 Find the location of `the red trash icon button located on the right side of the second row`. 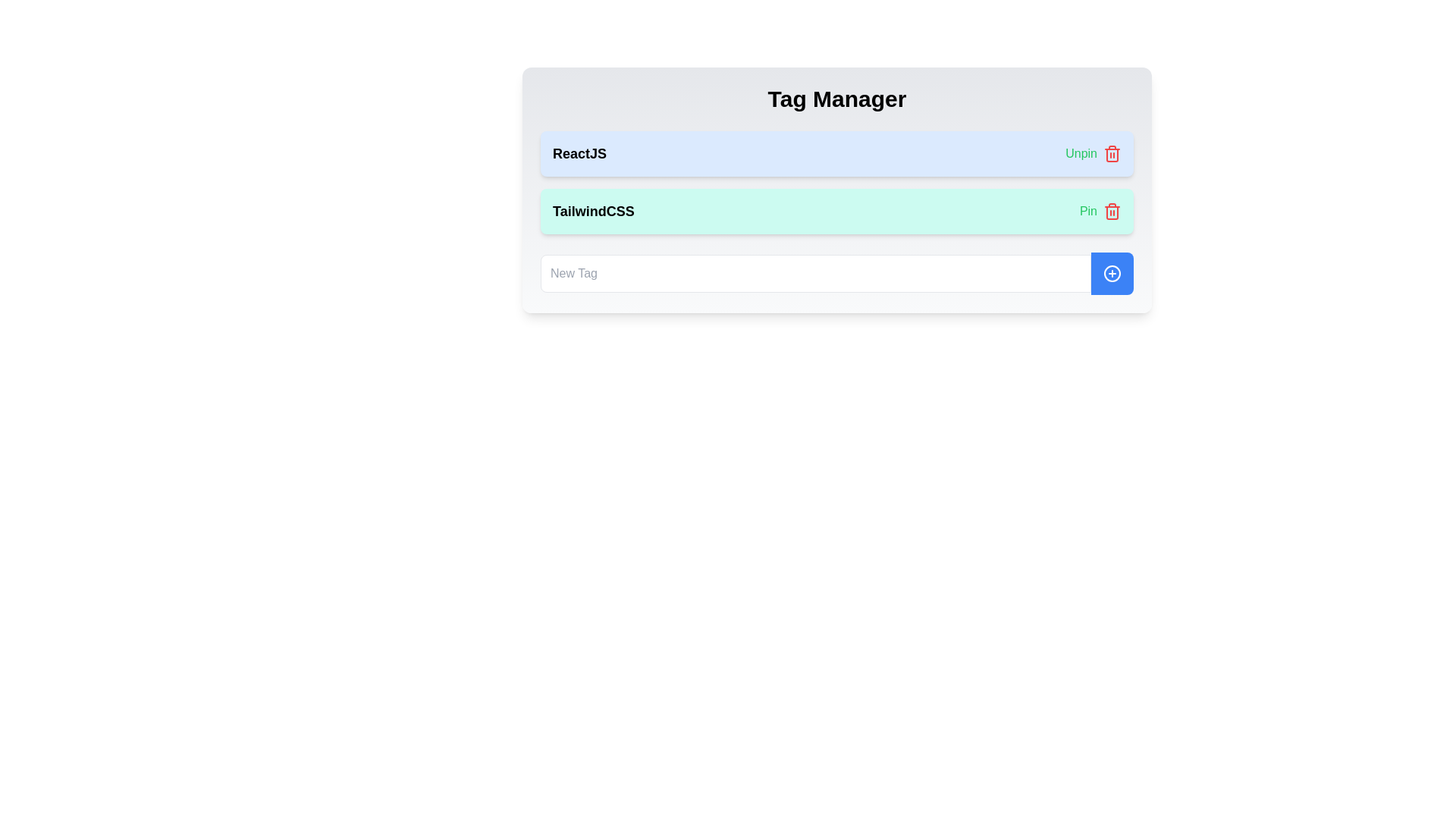

the red trash icon button located on the right side of the second row is located at coordinates (1112, 211).